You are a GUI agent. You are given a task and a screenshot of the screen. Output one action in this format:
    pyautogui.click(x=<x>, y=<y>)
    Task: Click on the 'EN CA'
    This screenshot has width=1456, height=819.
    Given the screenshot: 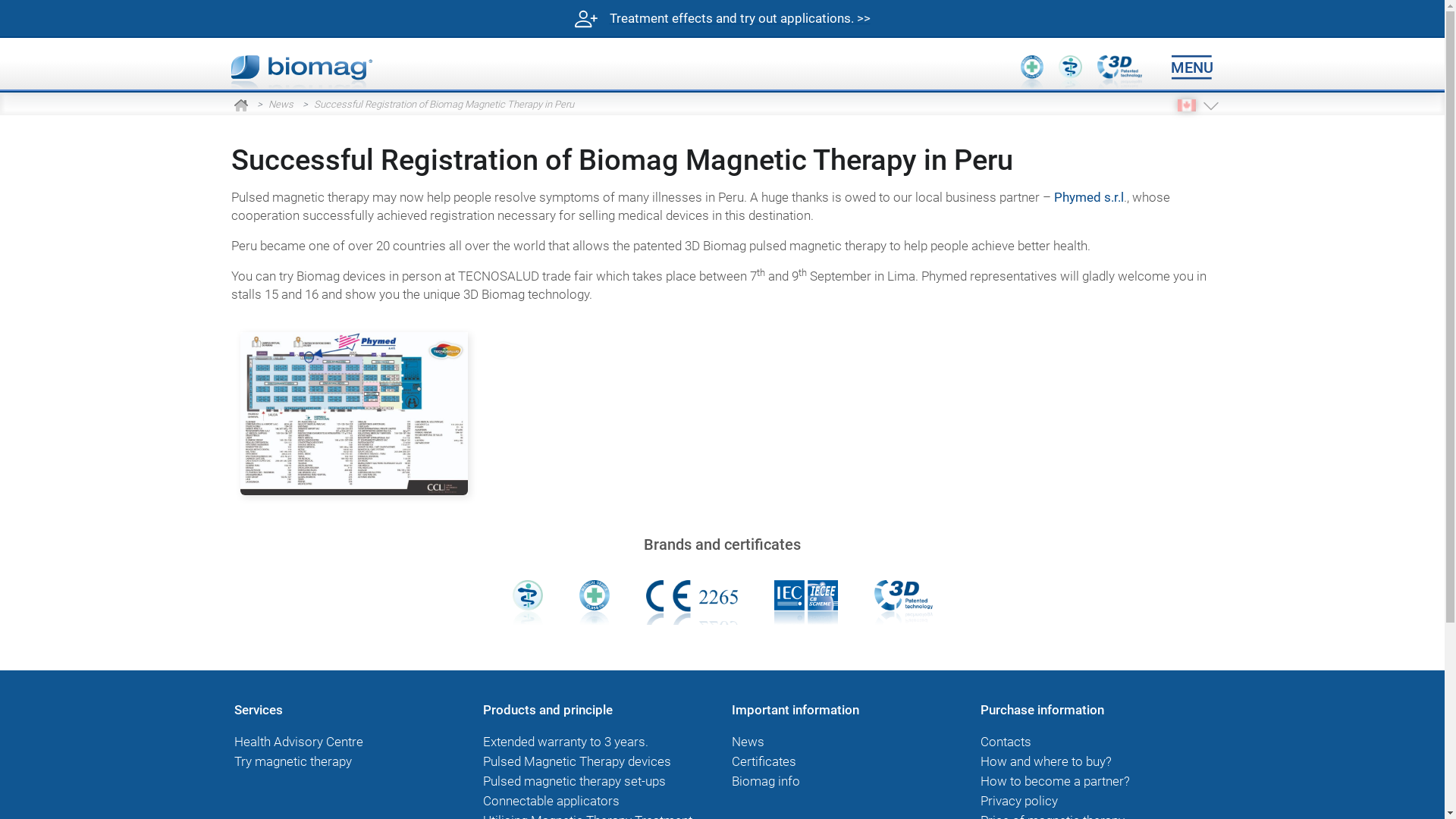 What is the action you would take?
    pyautogui.click(x=1185, y=104)
    